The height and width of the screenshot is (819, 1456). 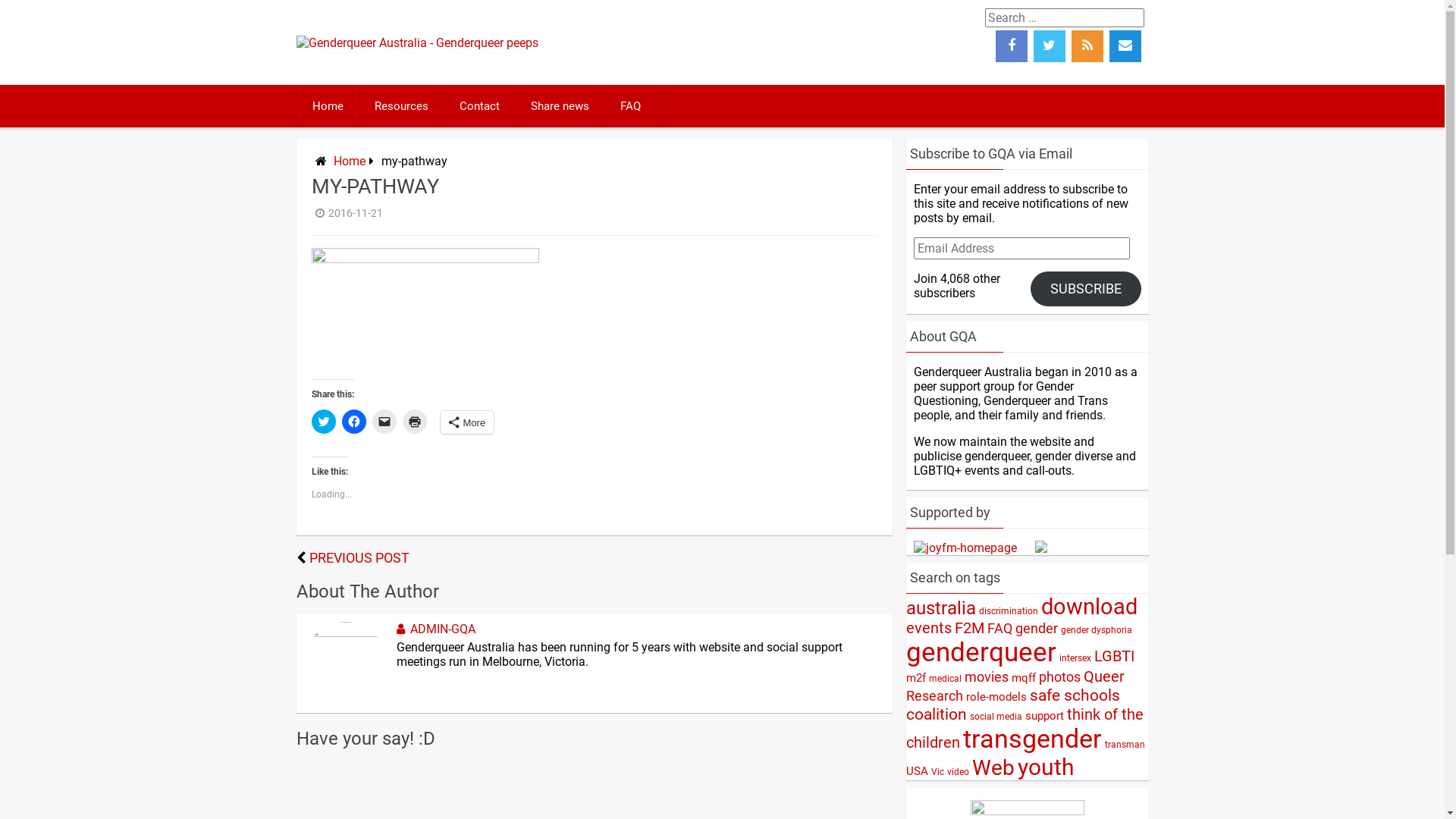 I want to click on 'Twitter', so click(x=1048, y=45).